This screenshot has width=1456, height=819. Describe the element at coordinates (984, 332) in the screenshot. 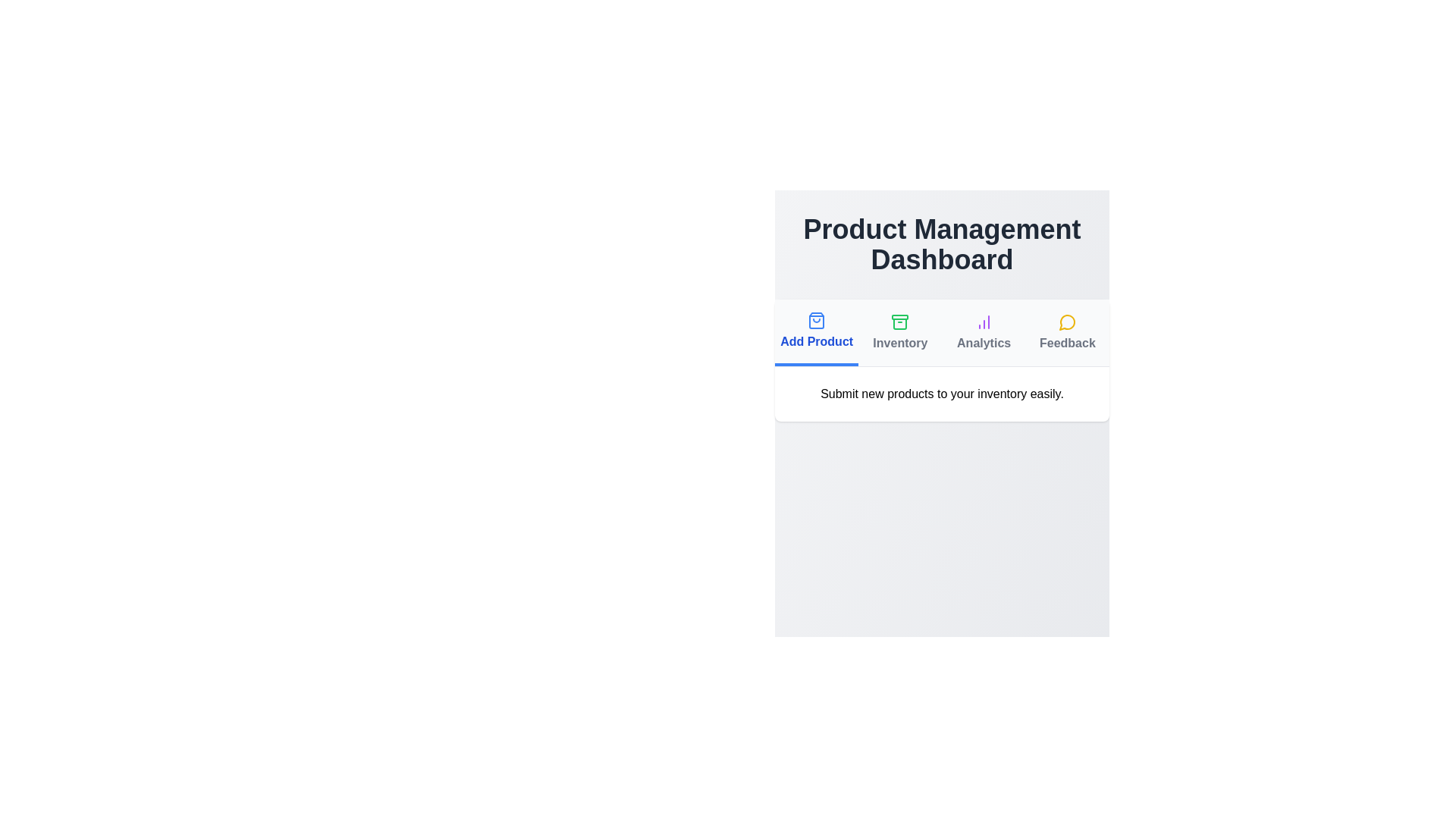

I see `the navigation button for analytics, which is the third button` at that location.